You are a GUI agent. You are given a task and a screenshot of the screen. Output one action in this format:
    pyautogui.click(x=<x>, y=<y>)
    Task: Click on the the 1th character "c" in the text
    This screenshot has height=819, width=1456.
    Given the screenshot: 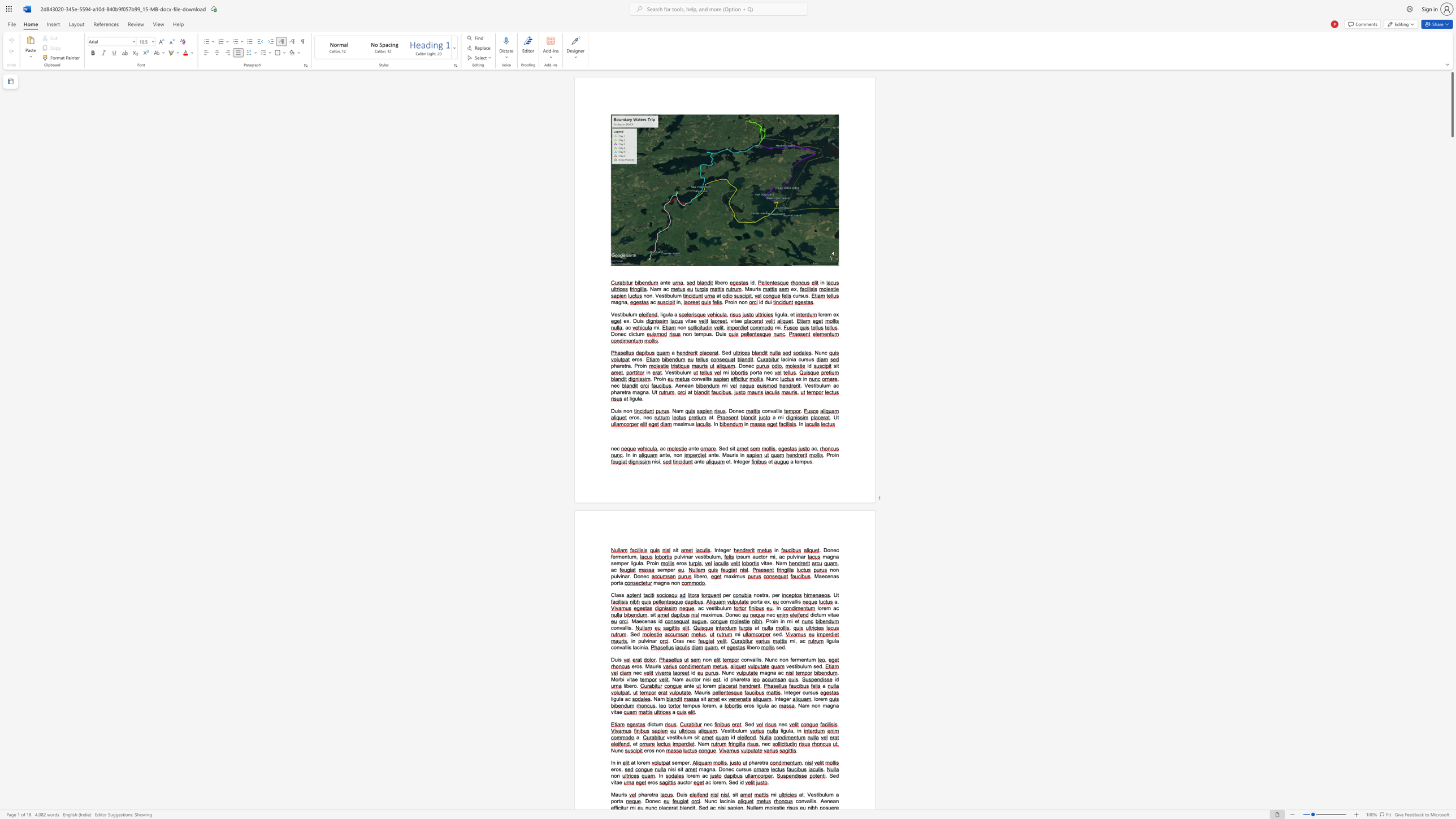 What is the action you would take?
    pyautogui.click(x=837, y=608)
    